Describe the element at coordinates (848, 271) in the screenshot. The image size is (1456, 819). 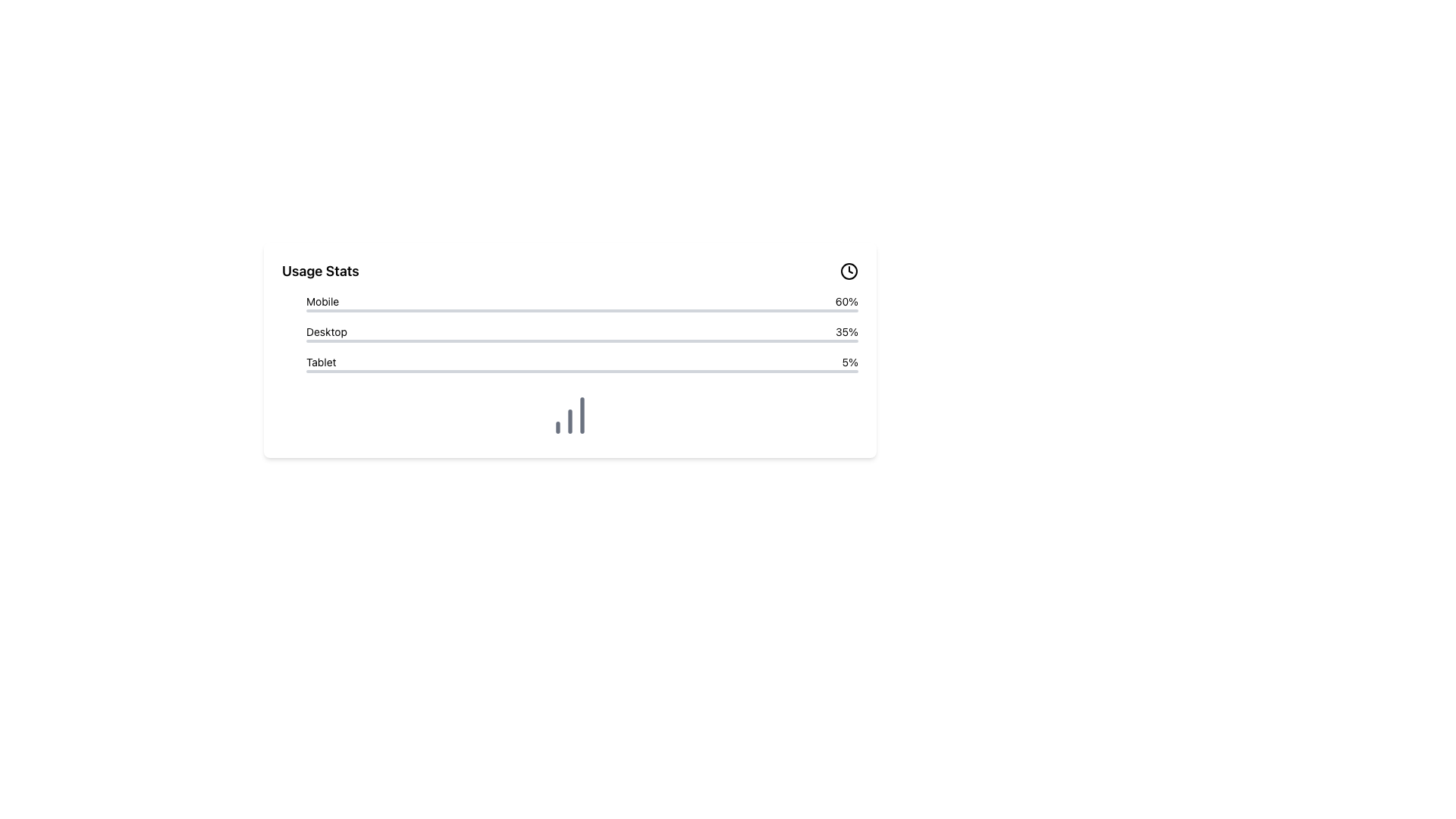
I see `the Decorative SVG Circle that represents the border of the clock icon in the top-right corner of the 'Usage Stats' card` at that location.